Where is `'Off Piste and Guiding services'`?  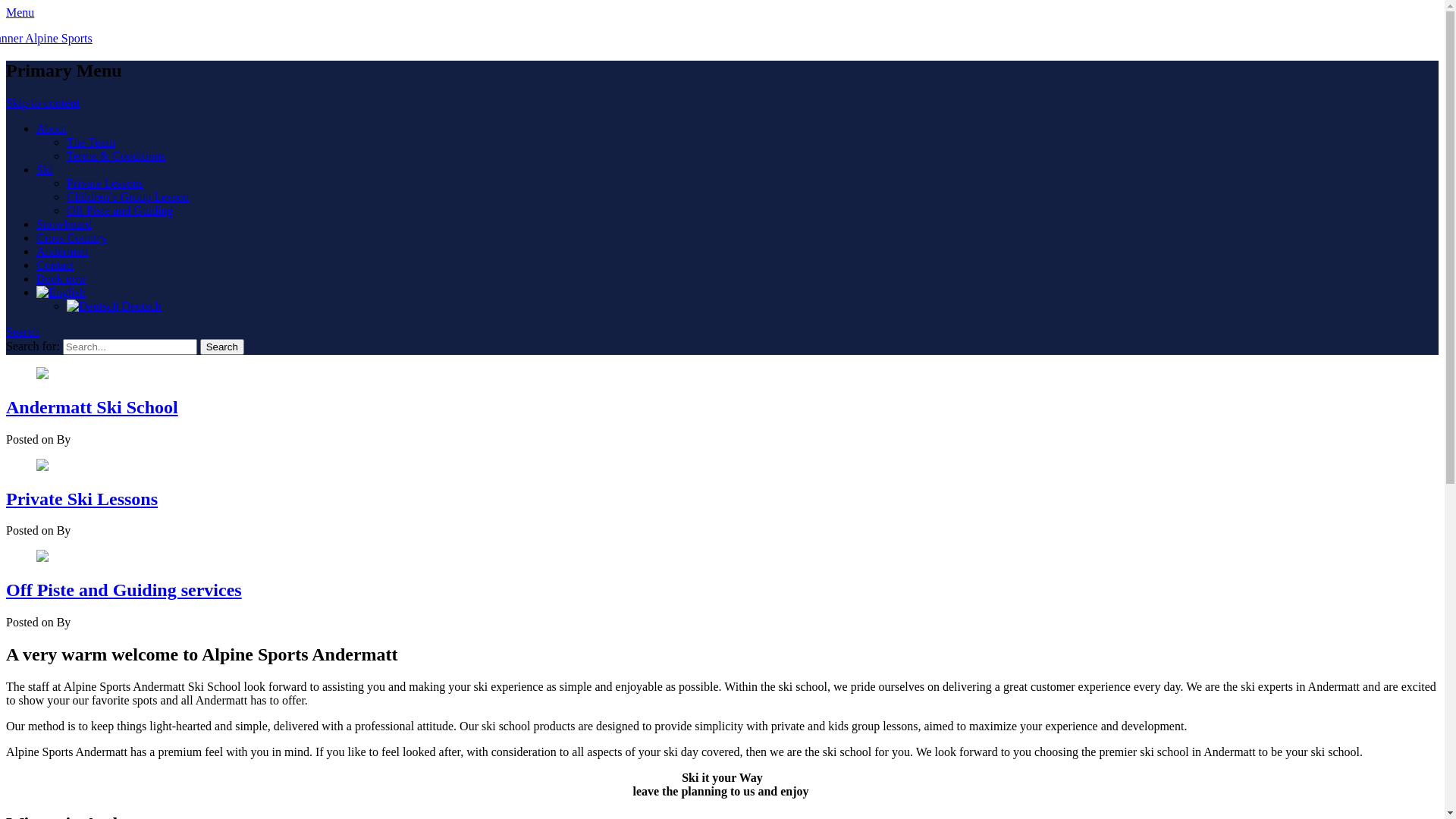 'Off Piste and Guiding services' is located at coordinates (124, 589).